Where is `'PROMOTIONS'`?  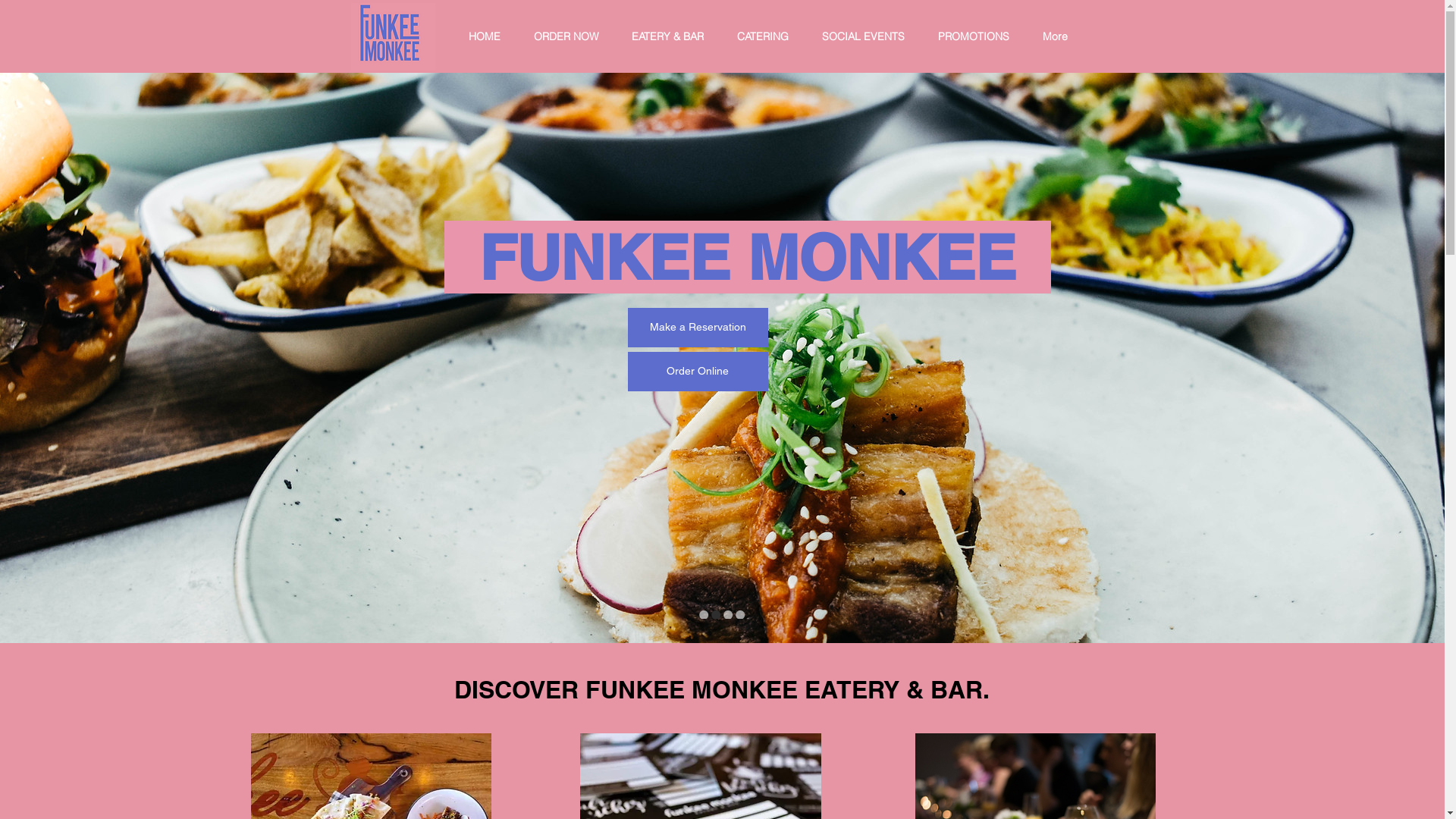
'PROMOTIONS' is located at coordinates (979, 36).